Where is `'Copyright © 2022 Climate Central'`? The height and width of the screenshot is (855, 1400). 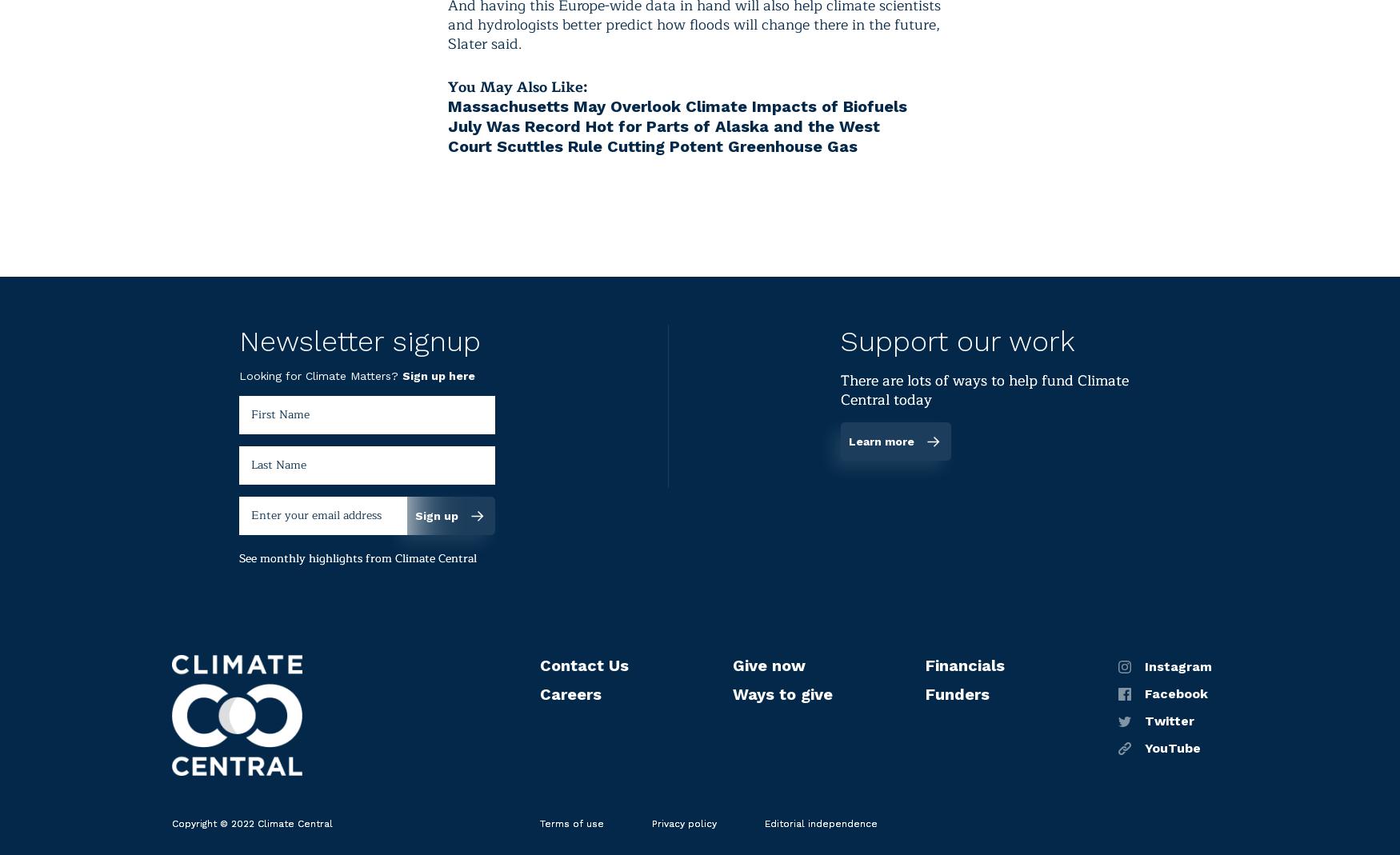
'Copyright © 2022 Climate Central' is located at coordinates (252, 823).